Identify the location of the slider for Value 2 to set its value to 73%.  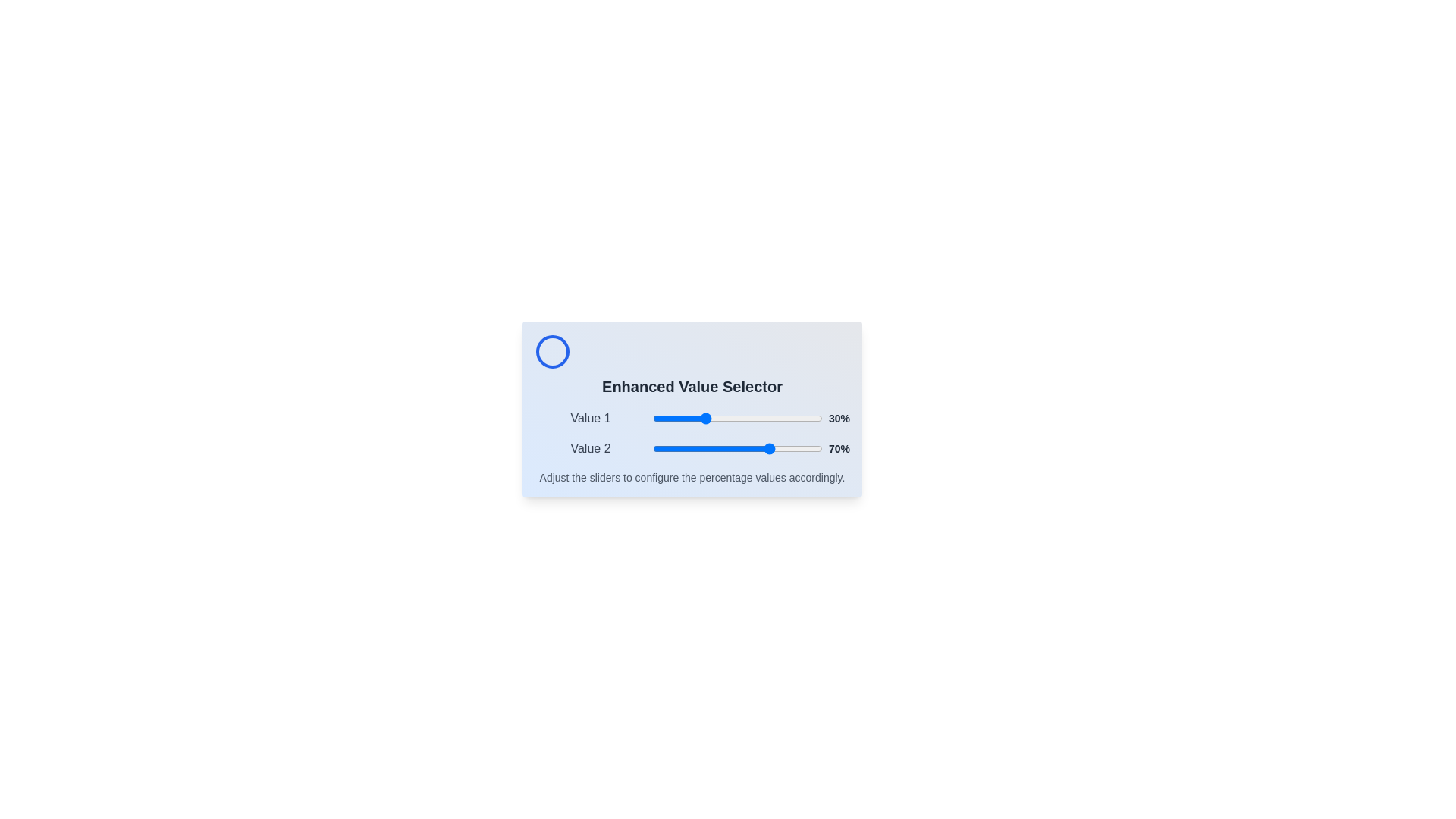
(777, 447).